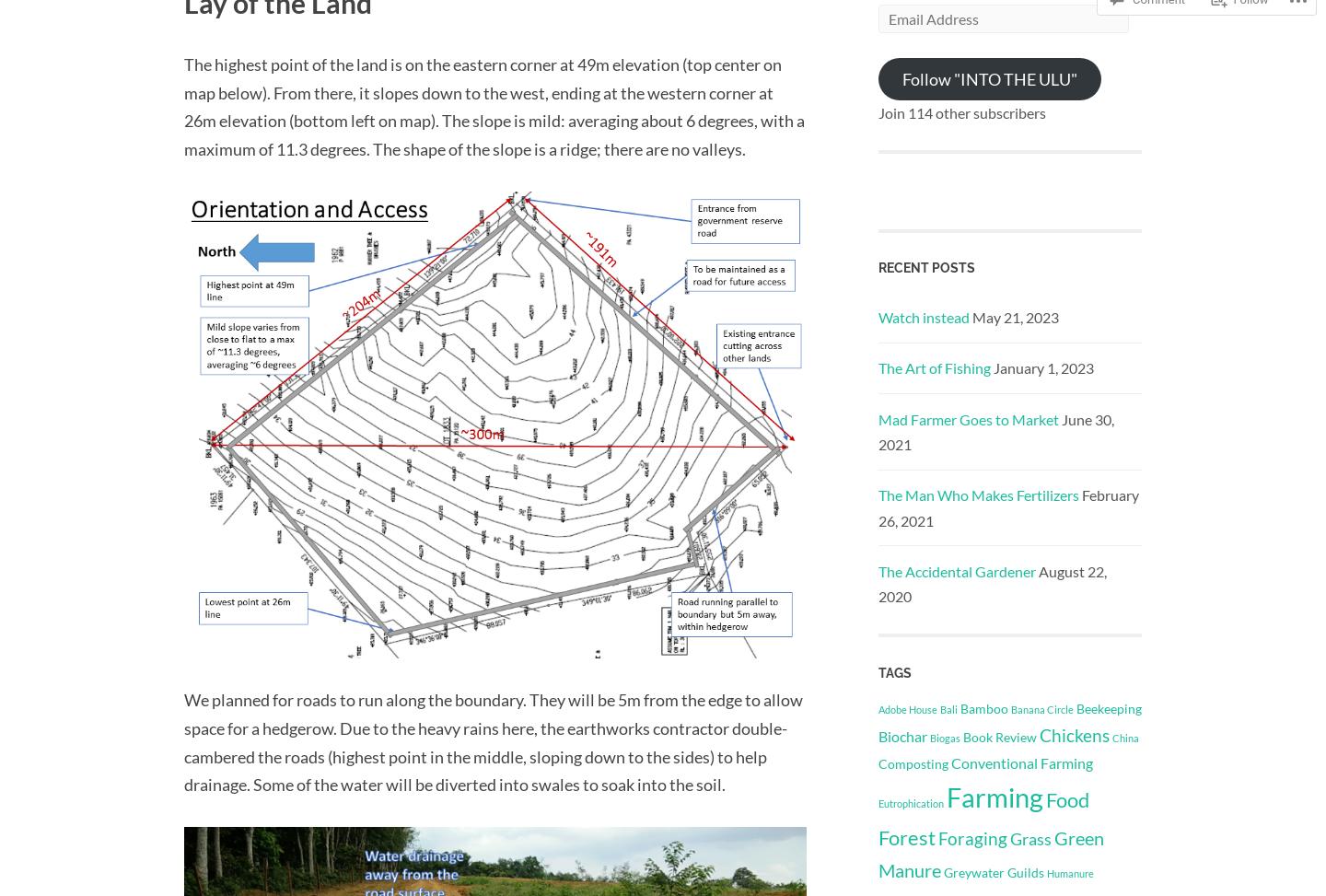 This screenshot has height=896, width=1326. I want to click on 'Eutrophication', so click(910, 803).